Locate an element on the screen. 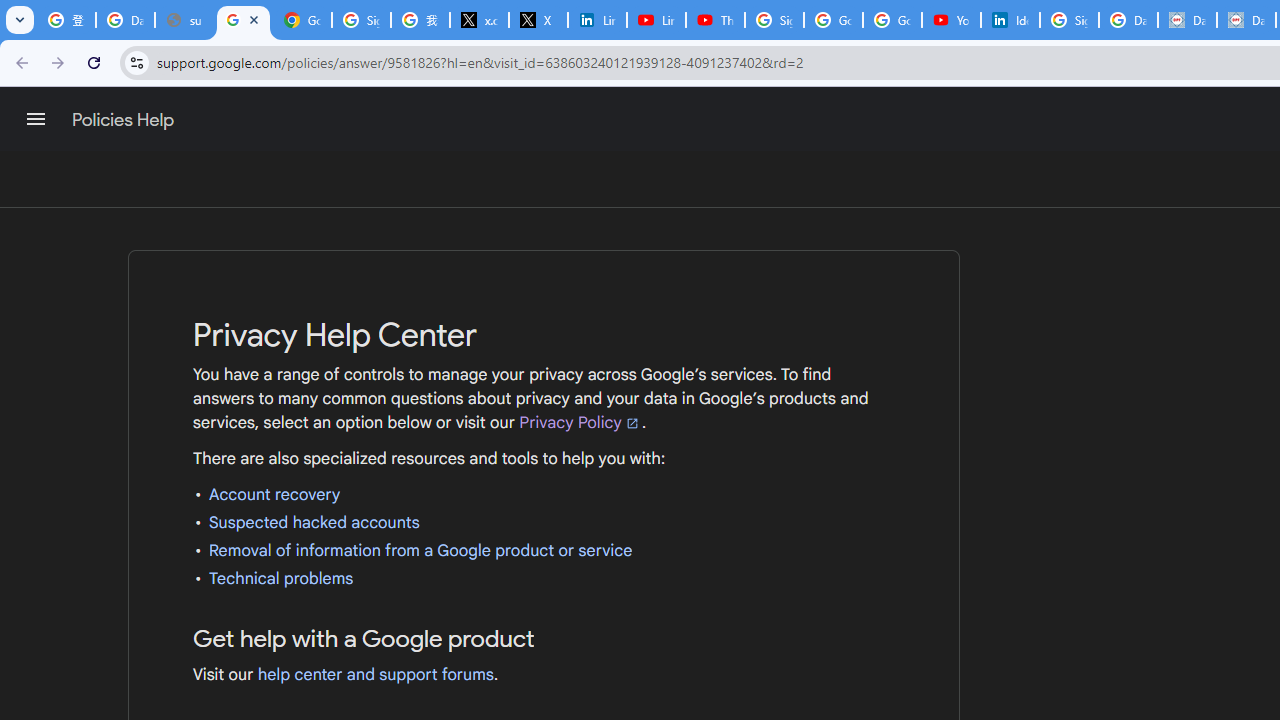  'Data Privacy Framework' is located at coordinates (1187, 20).